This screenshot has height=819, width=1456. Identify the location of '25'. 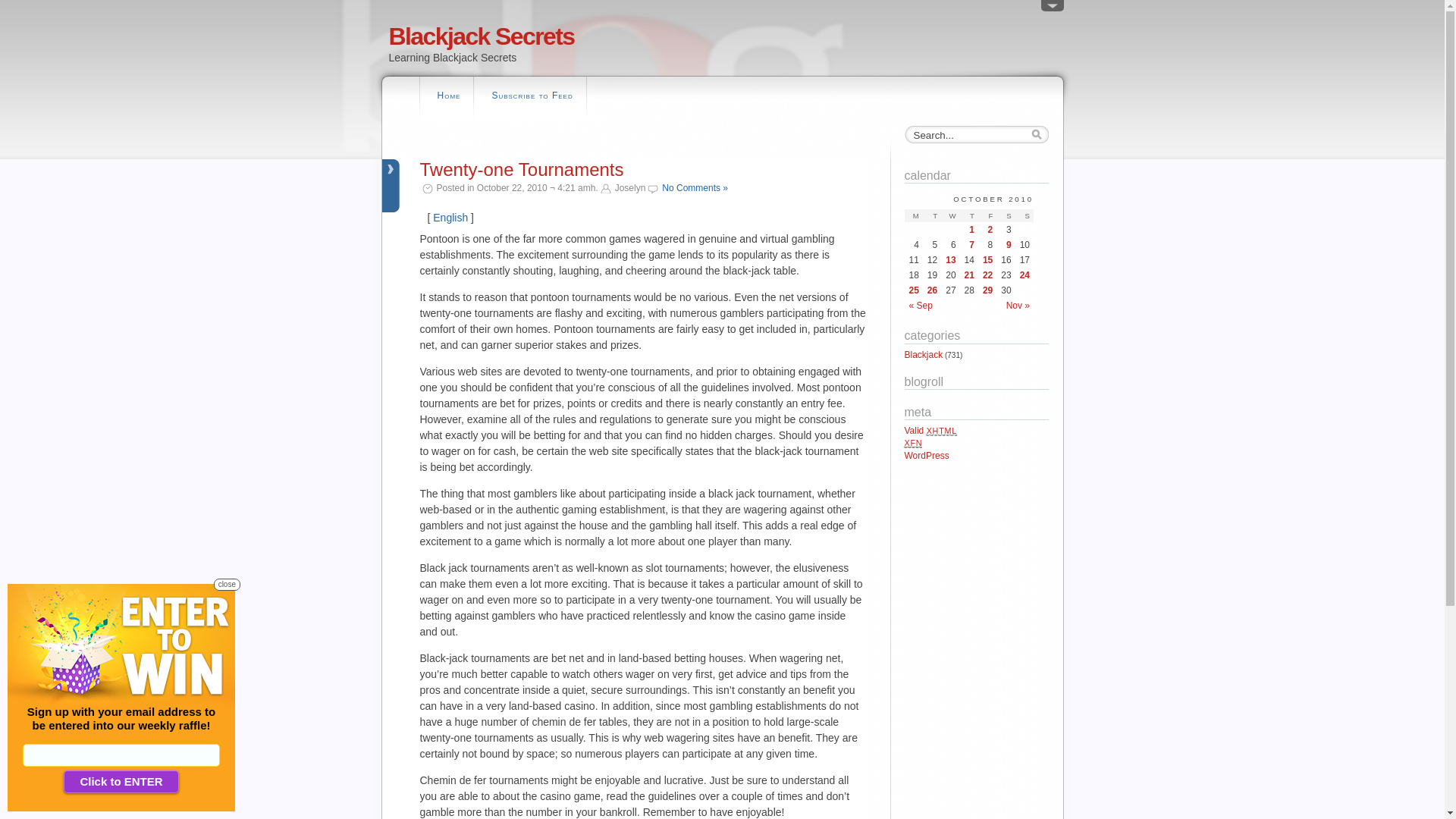
(908, 290).